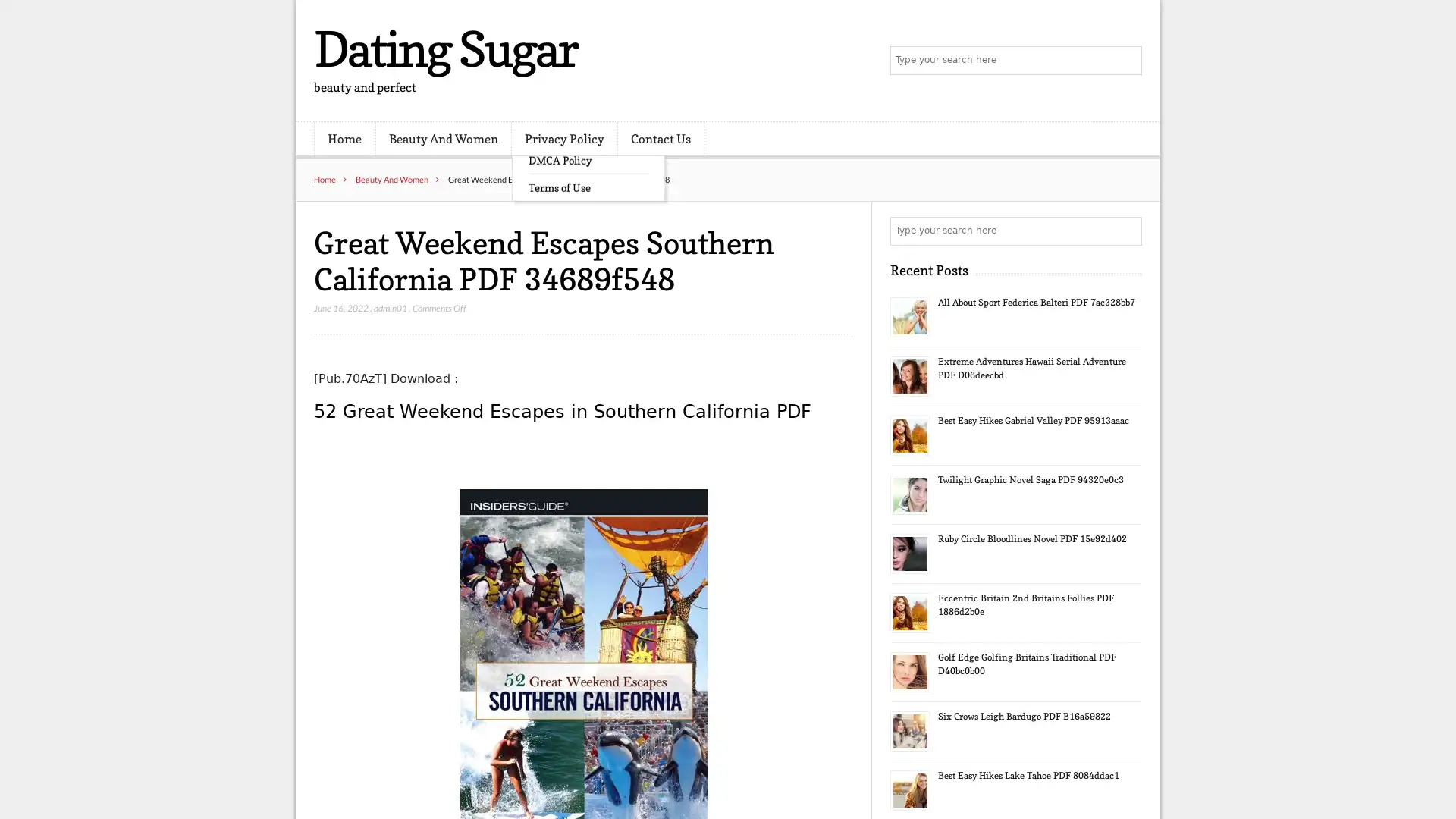 This screenshot has width=1456, height=819. Describe the element at coordinates (1126, 231) in the screenshot. I see `Search` at that location.